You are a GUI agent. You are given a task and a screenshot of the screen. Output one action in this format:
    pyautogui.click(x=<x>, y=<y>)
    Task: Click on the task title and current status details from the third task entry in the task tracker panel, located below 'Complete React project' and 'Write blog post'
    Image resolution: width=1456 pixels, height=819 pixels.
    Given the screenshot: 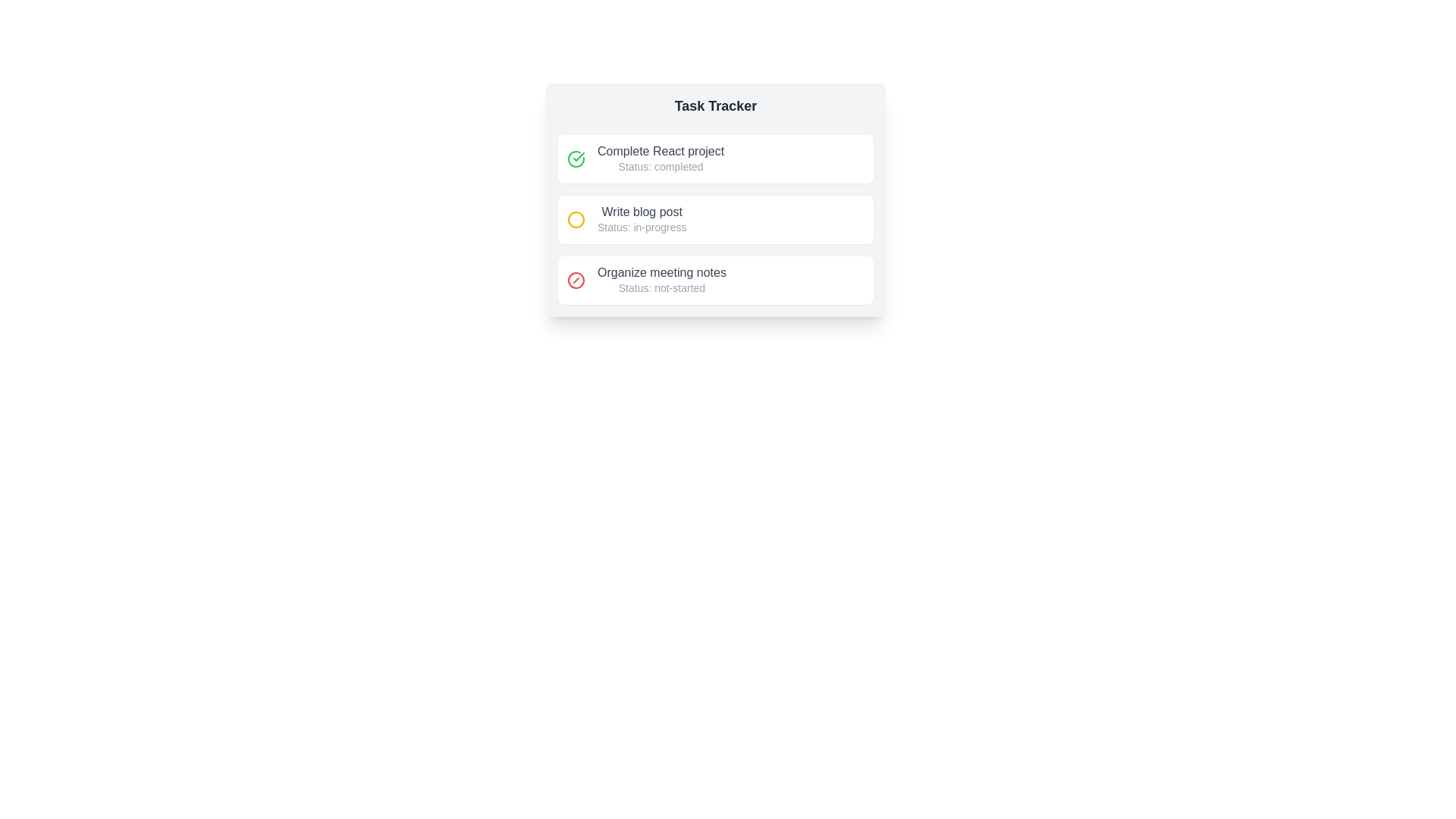 What is the action you would take?
    pyautogui.click(x=662, y=281)
    